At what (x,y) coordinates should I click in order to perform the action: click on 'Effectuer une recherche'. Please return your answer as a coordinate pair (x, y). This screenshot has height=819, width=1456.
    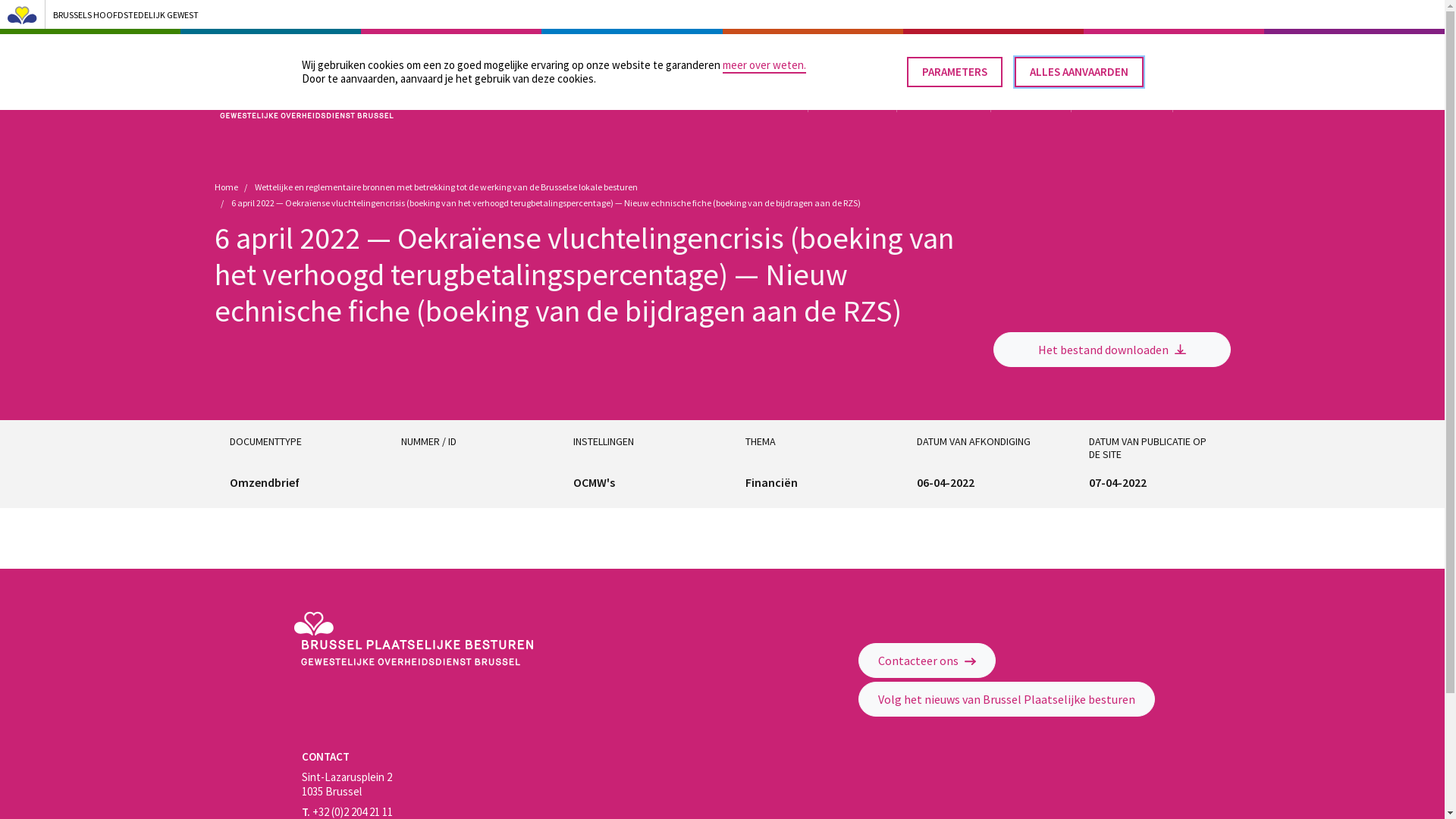
    Looking at the image, I should click on (1204, 55).